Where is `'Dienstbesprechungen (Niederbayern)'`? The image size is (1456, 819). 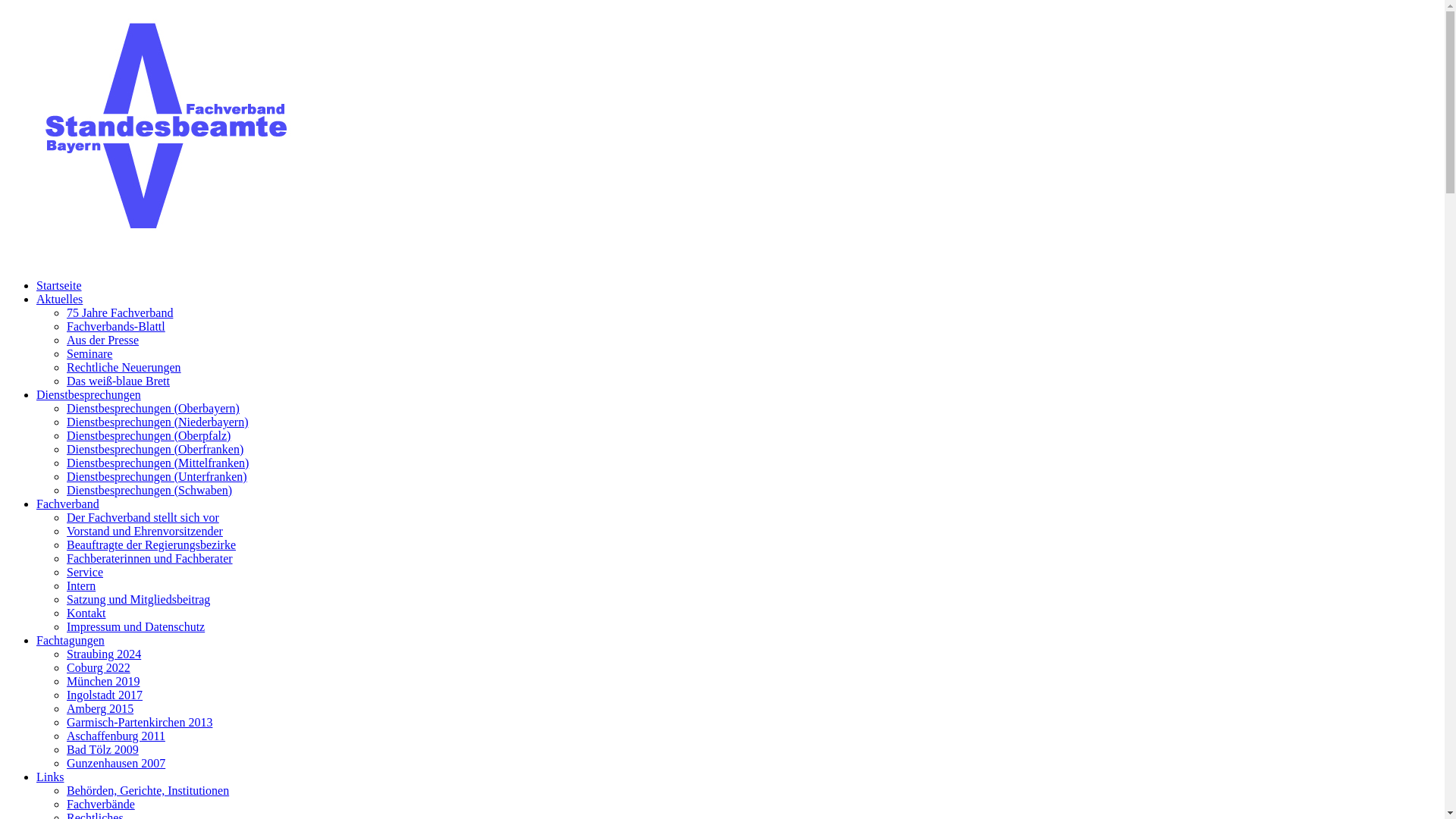 'Dienstbesprechungen (Niederbayern)' is located at coordinates (157, 422).